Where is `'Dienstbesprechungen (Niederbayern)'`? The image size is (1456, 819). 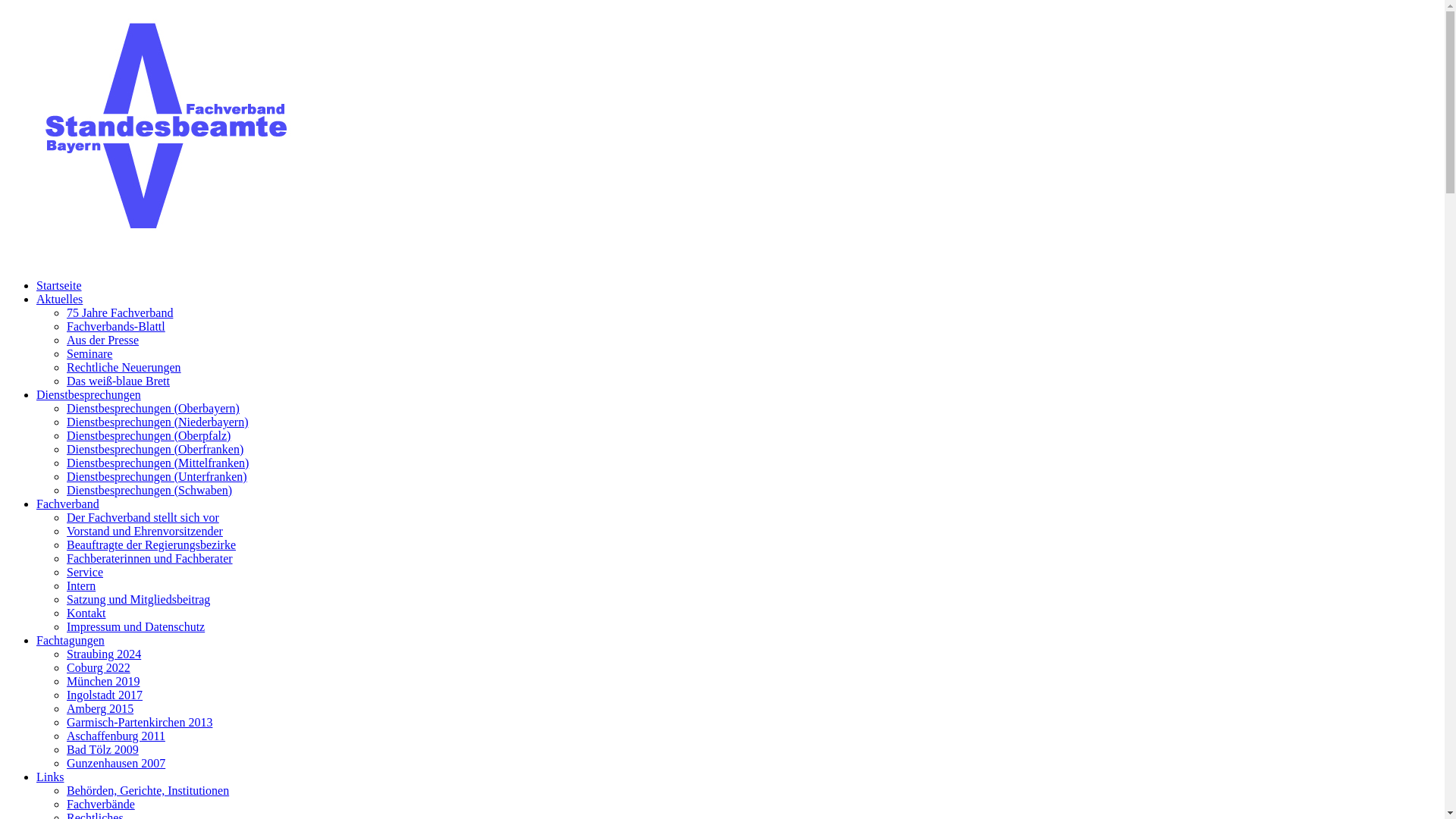 'Dienstbesprechungen (Niederbayern)' is located at coordinates (157, 422).